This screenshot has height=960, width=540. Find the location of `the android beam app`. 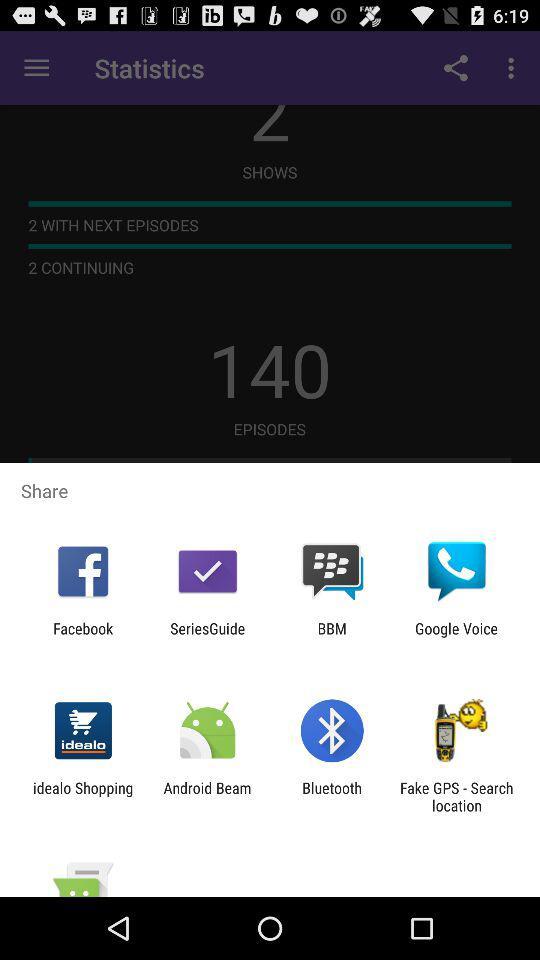

the android beam app is located at coordinates (206, 796).